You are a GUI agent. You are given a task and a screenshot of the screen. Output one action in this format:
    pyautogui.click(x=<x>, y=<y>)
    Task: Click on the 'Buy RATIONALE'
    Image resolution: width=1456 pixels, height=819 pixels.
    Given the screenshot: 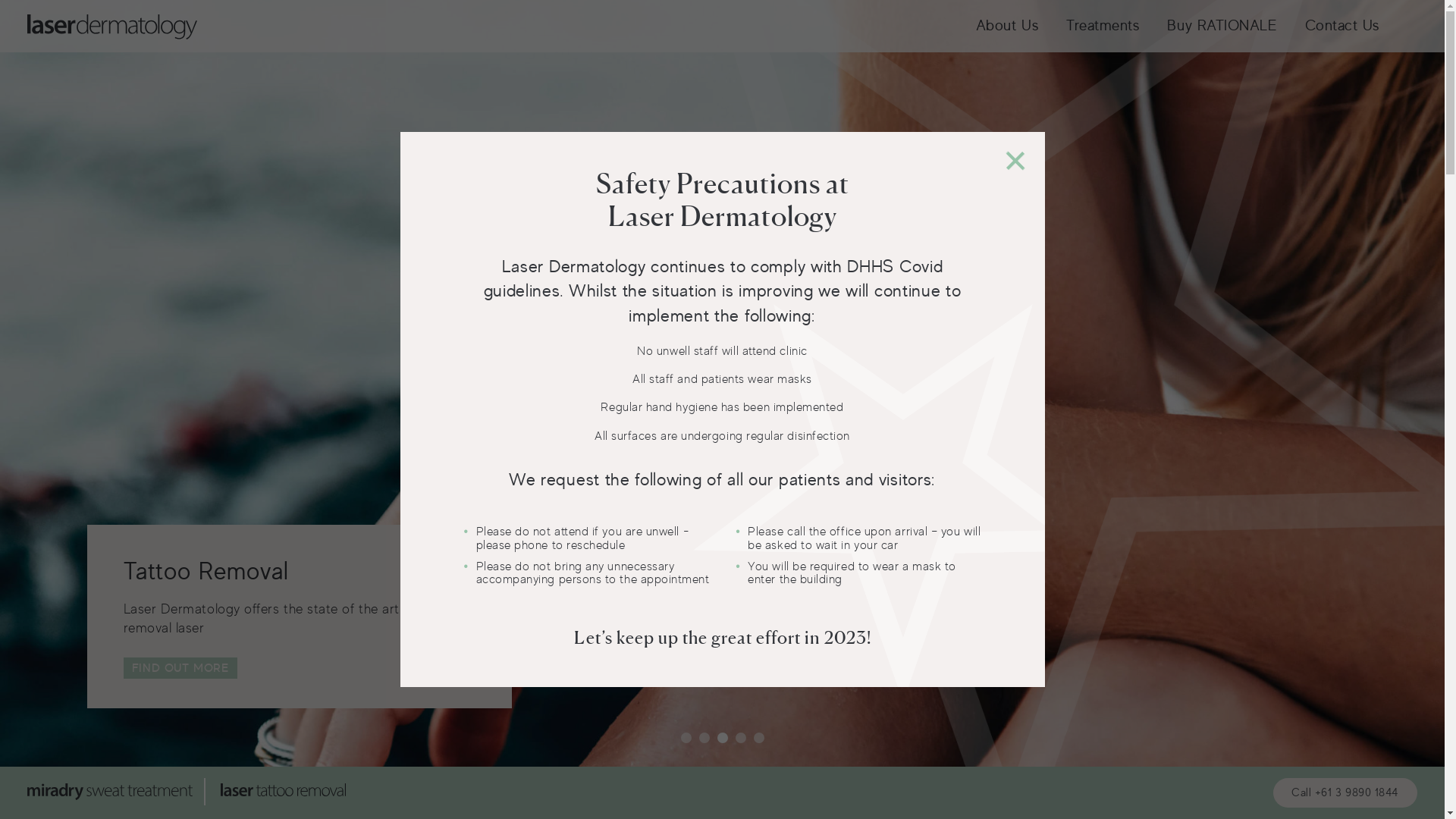 What is the action you would take?
    pyautogui.click(x=1161, y=26)
    